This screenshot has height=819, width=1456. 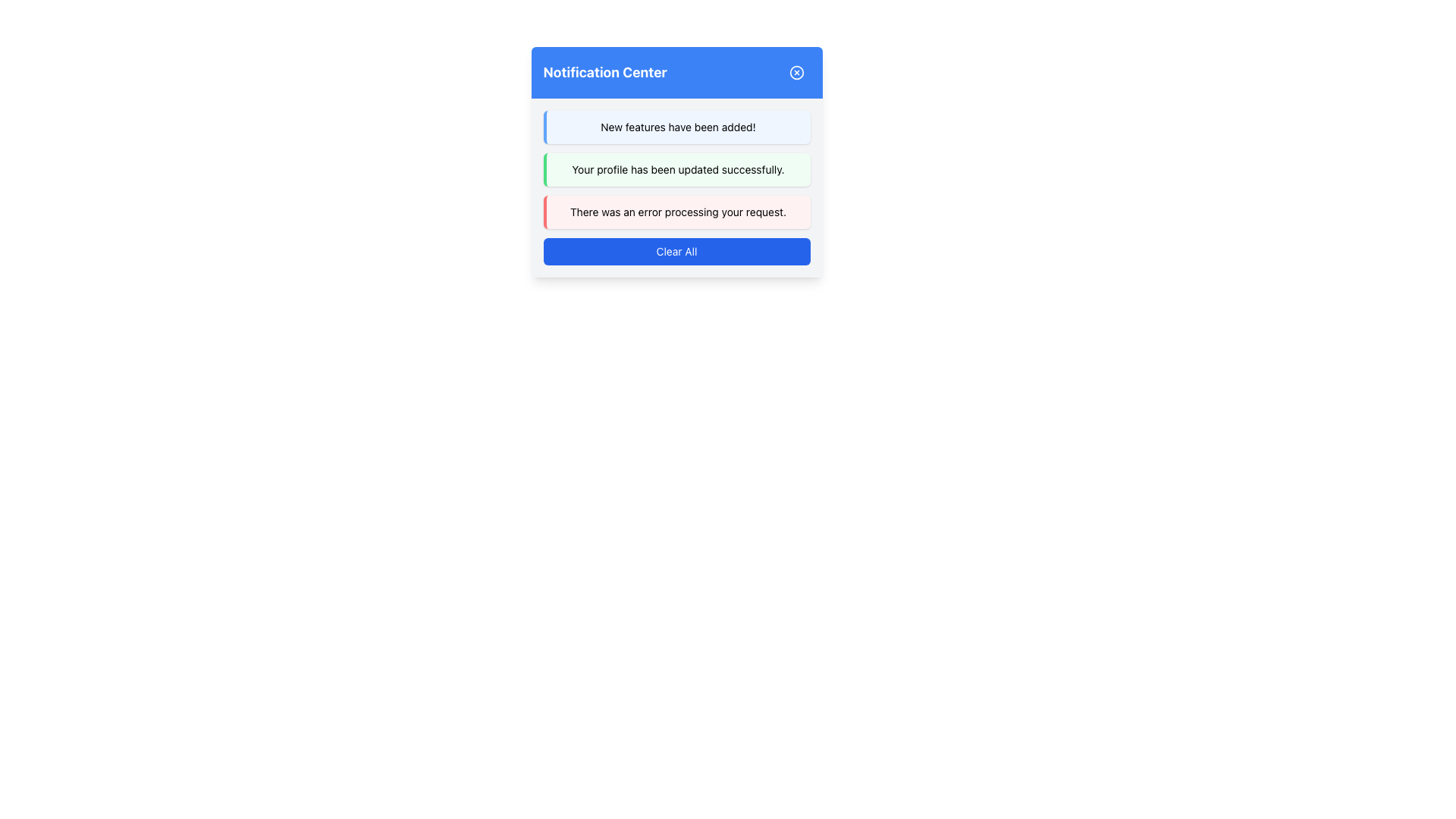 I want to click on the circular close button with an 'X' icon located in the top-right corner of the blue 'Notification Center' header bar, so click(x=795, y=73).